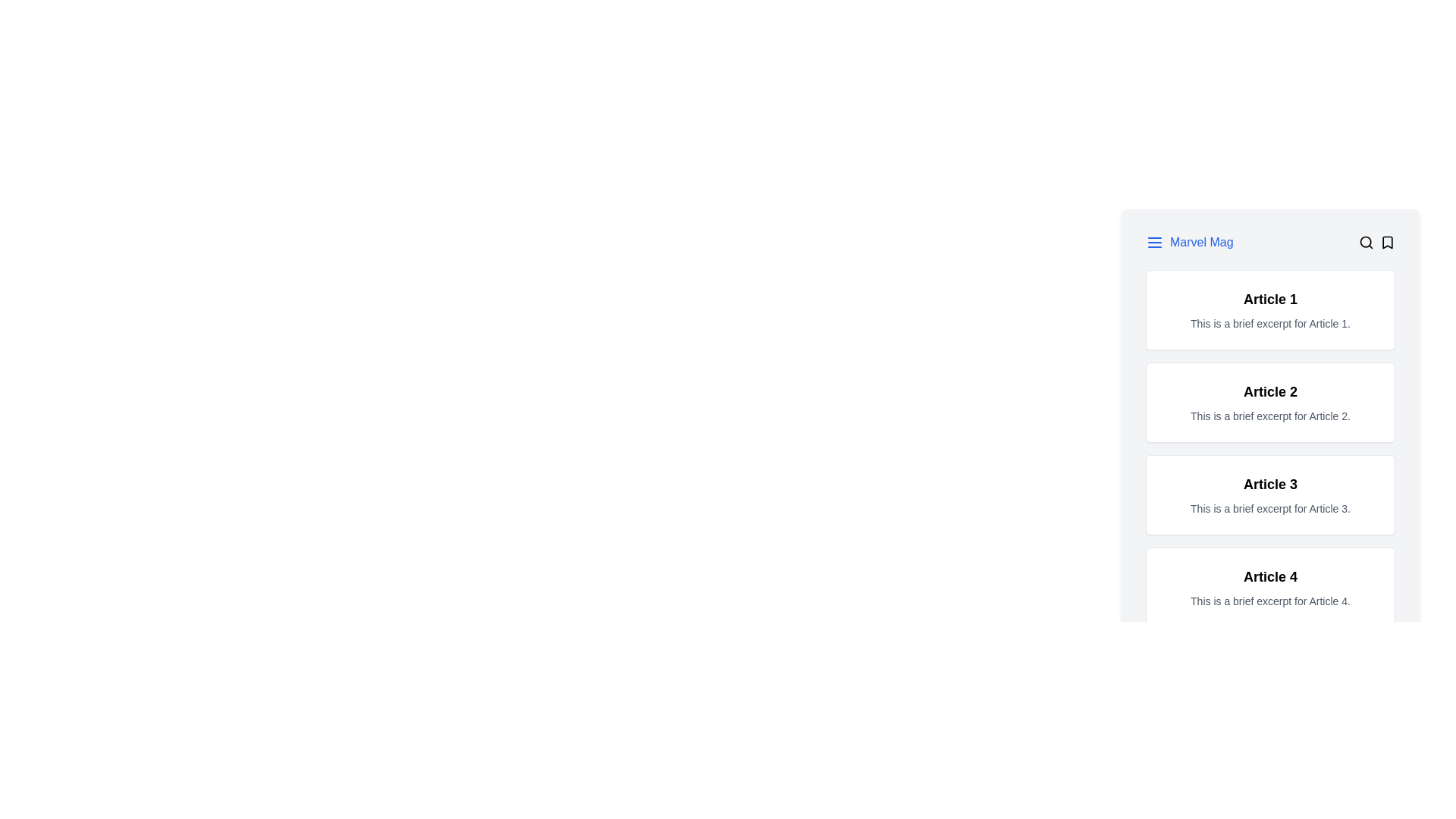 This screenshot has width=1456, height=819. What do you see at coordinates (1270, 391) in the screenshot?
I see `the bold text label displaying 'Article 2' located in the second content block, which is prominently styled and positioned above 'Article 3'` at bounding box center [1270, 391].